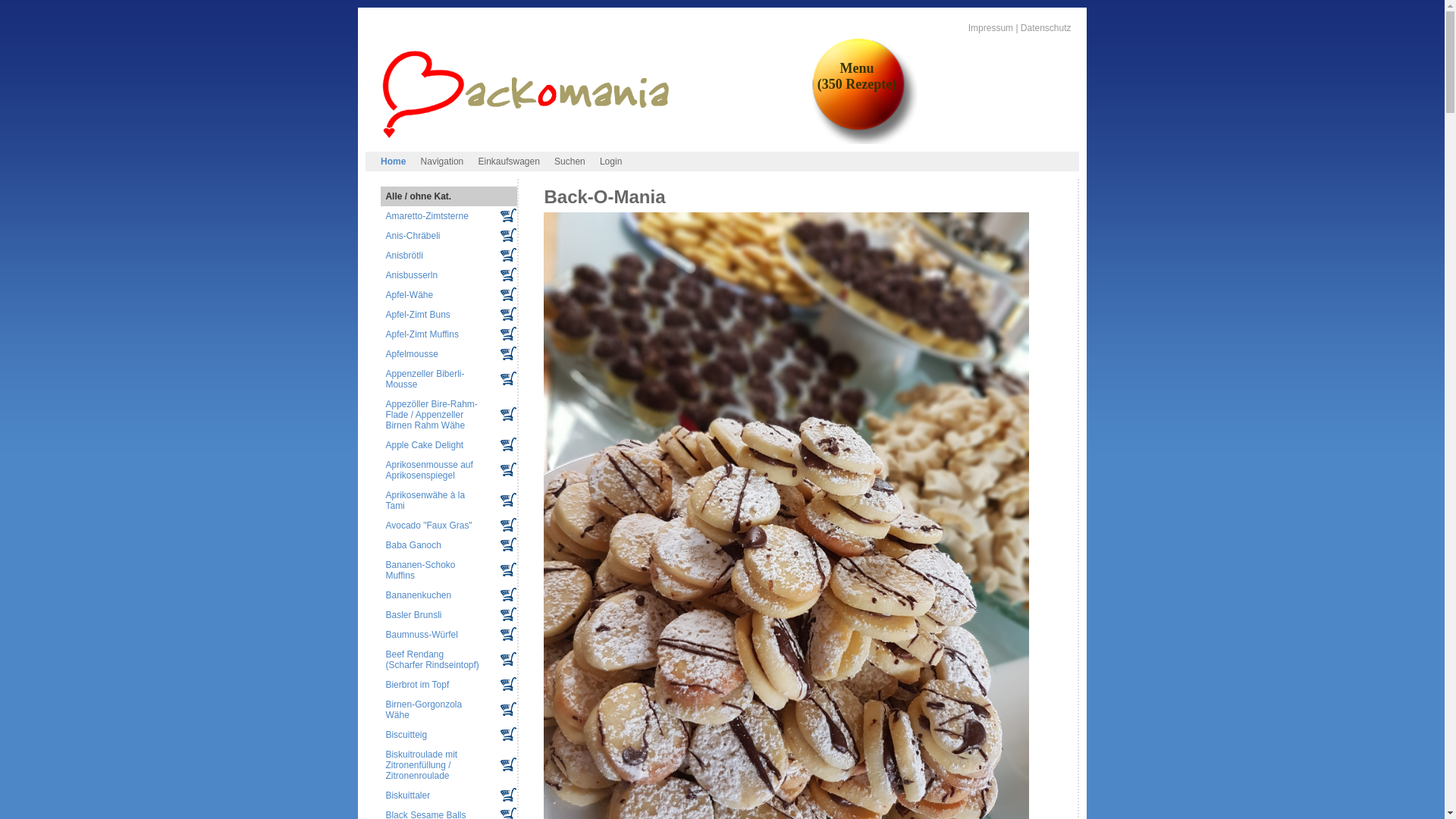 This screenshot has width=1456, height=819. What do you see at coordinates (568, 161) in the screenshot?
I see `'Suchen'` at bounding box center [568, 161].